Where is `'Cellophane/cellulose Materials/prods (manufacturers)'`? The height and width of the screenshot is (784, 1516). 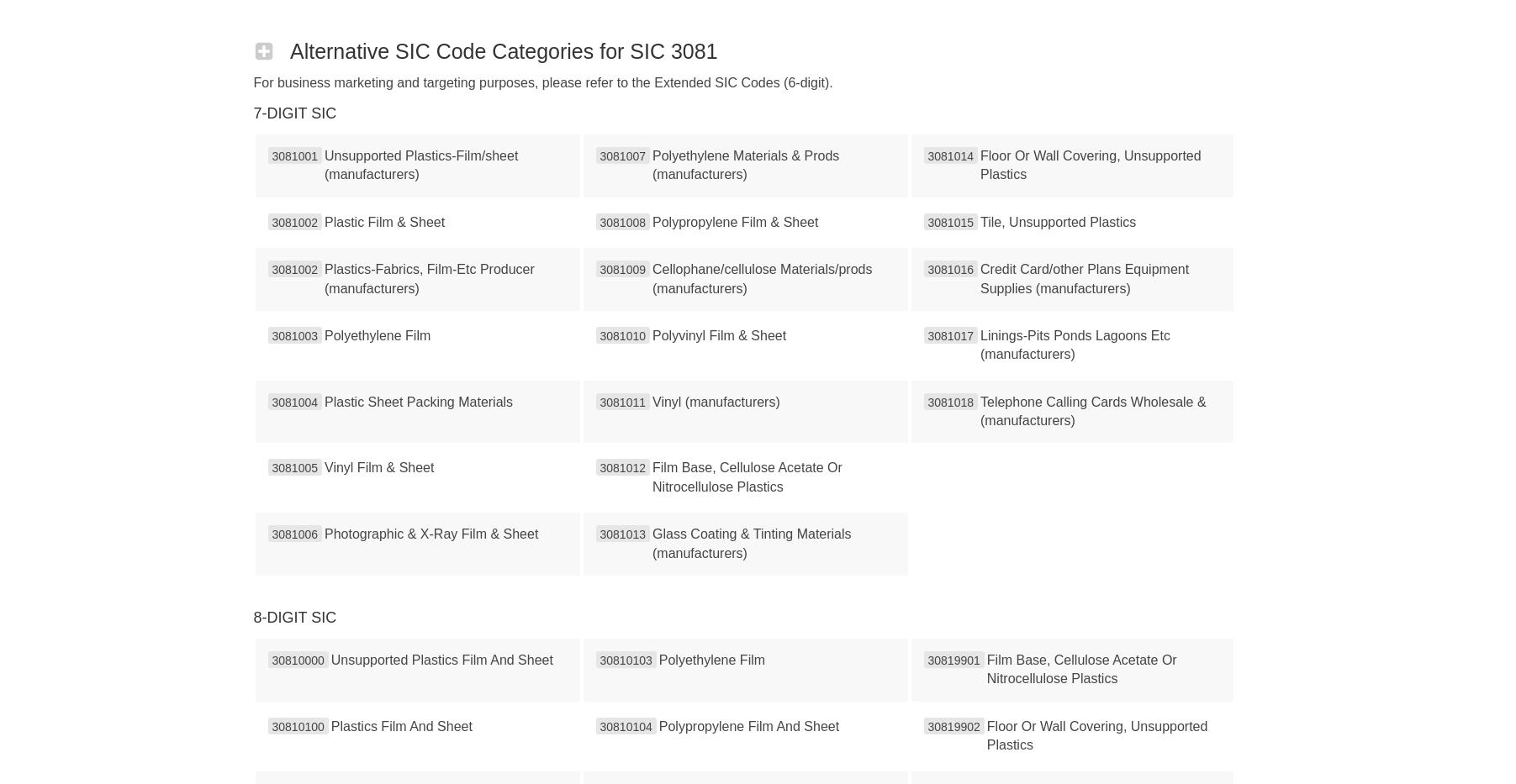 'Cellophane/cellulose Materials/prods (manufacturers)' is located at coordinates (762, 277).